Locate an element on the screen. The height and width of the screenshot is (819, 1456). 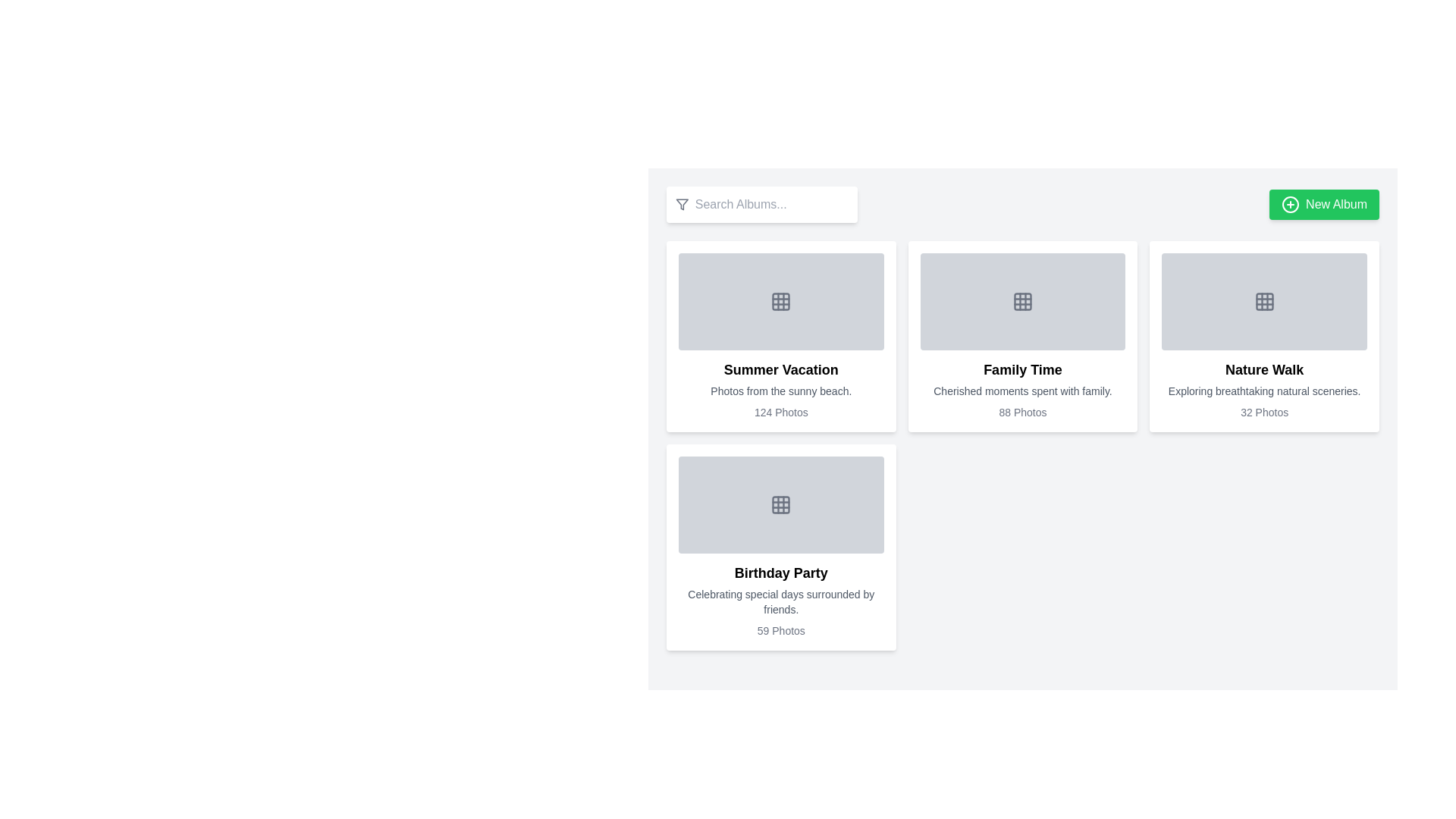
text from the second text block displaying 'Cherished moments spent with family.' within the 'Family Time' card is located at coordinates (1022, 391).